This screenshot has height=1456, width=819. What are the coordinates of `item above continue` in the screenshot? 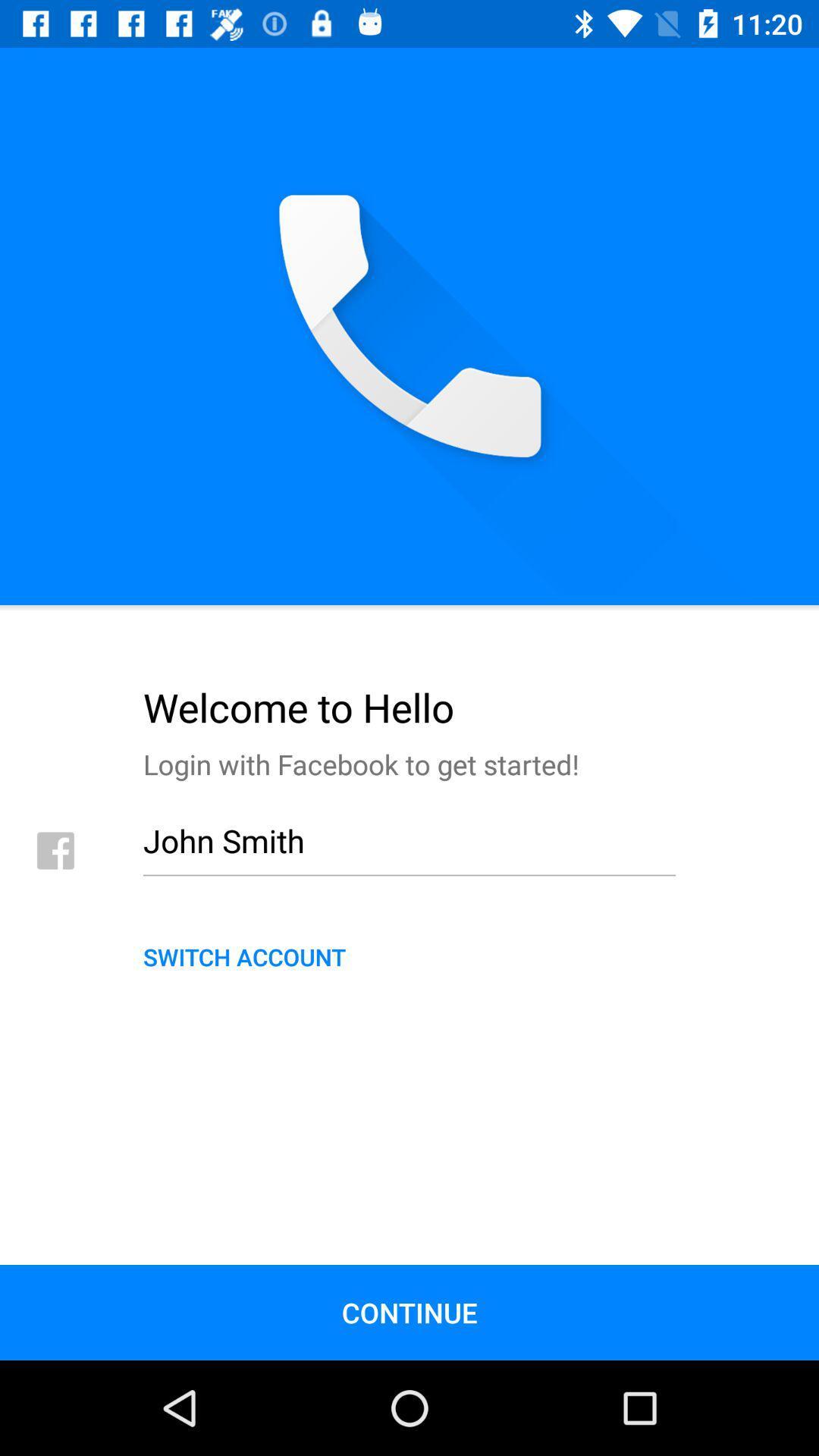 It's located at (409, 955).